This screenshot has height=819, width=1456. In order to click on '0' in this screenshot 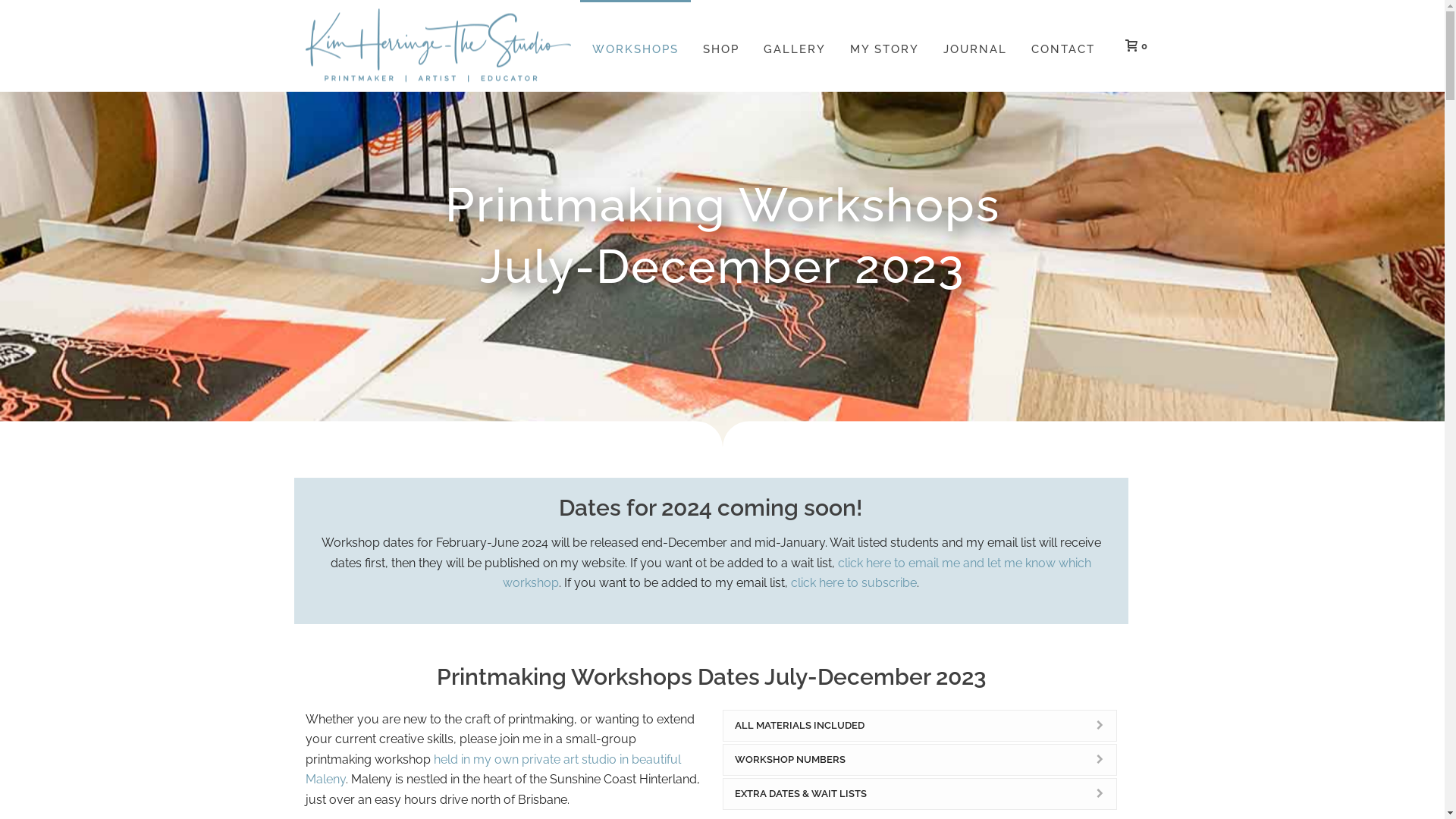, I will do `click(1132, 44)`.